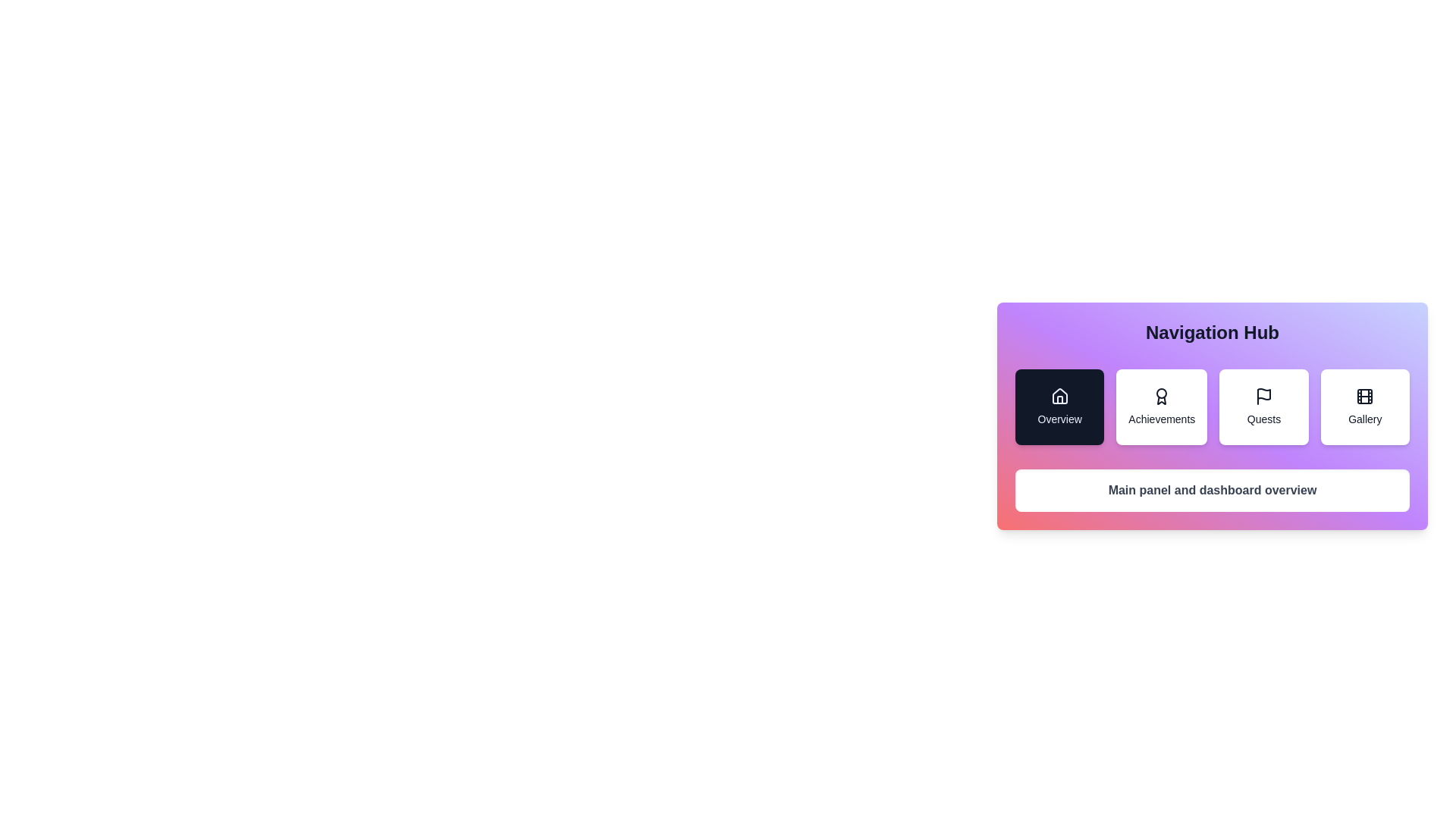 The height and width of the screenshot is (819, 1456). Describe the element at coordinates (1211, 428) in the screenshot. I see `any button within the Navigation Panel titled 'Navigation Hub', which features a gradient background and includes buttons like 'Overview', 'Achievements', 'Quests', and 'Gallery'` at that location.